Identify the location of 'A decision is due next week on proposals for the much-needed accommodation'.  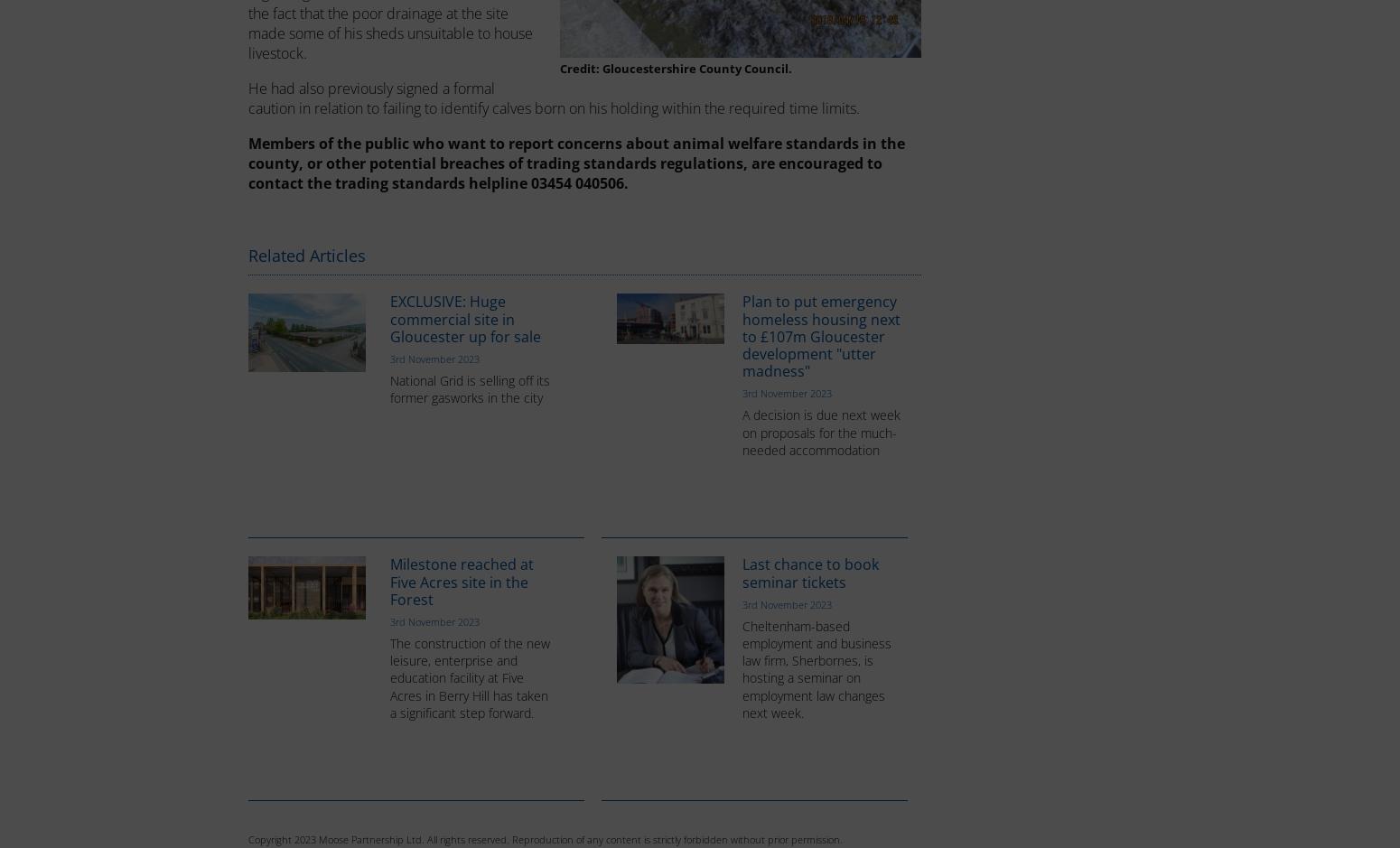
(821, 431).